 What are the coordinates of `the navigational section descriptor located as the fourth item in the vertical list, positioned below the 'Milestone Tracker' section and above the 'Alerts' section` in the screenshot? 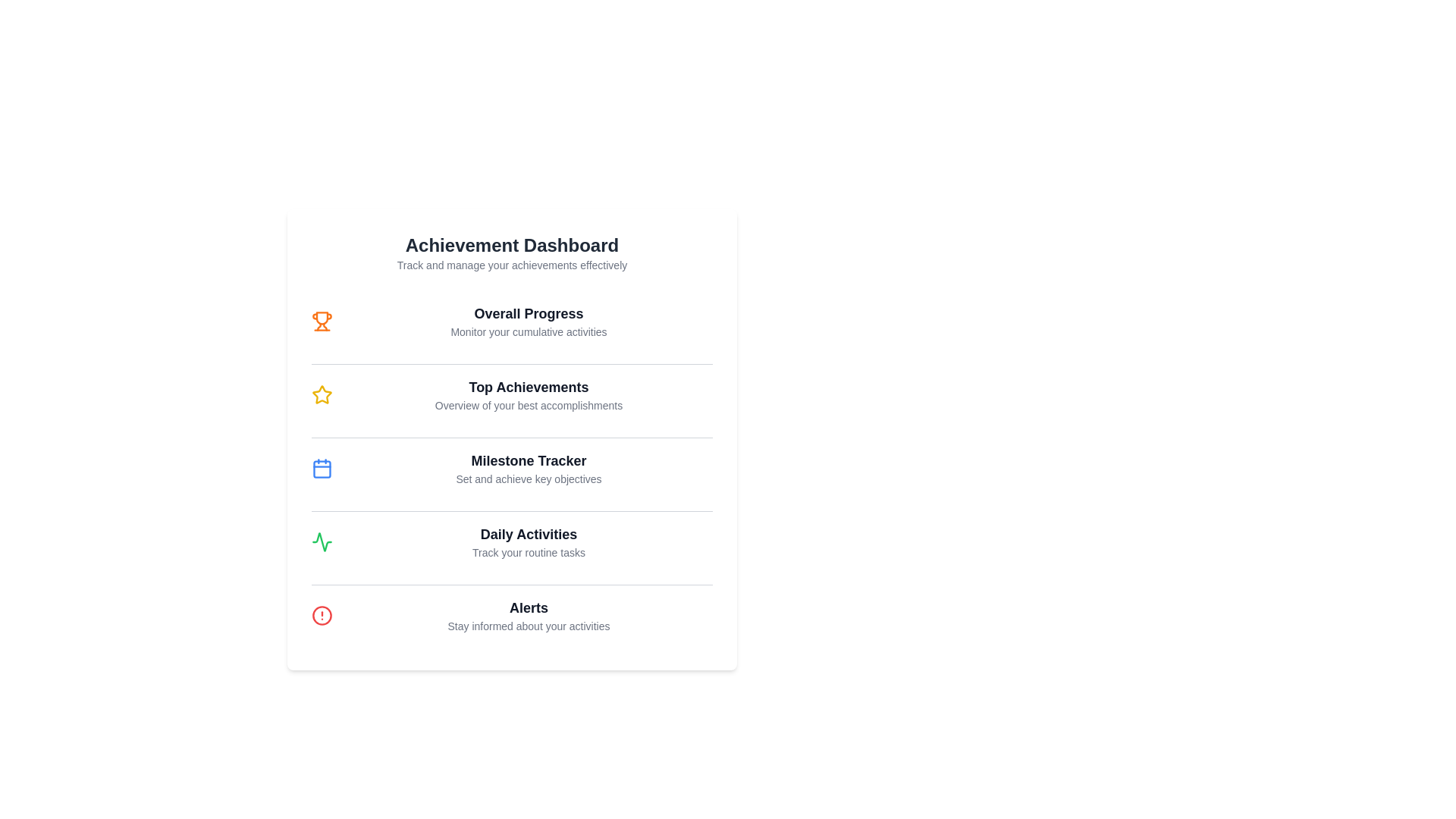 It's located at (512, 541).